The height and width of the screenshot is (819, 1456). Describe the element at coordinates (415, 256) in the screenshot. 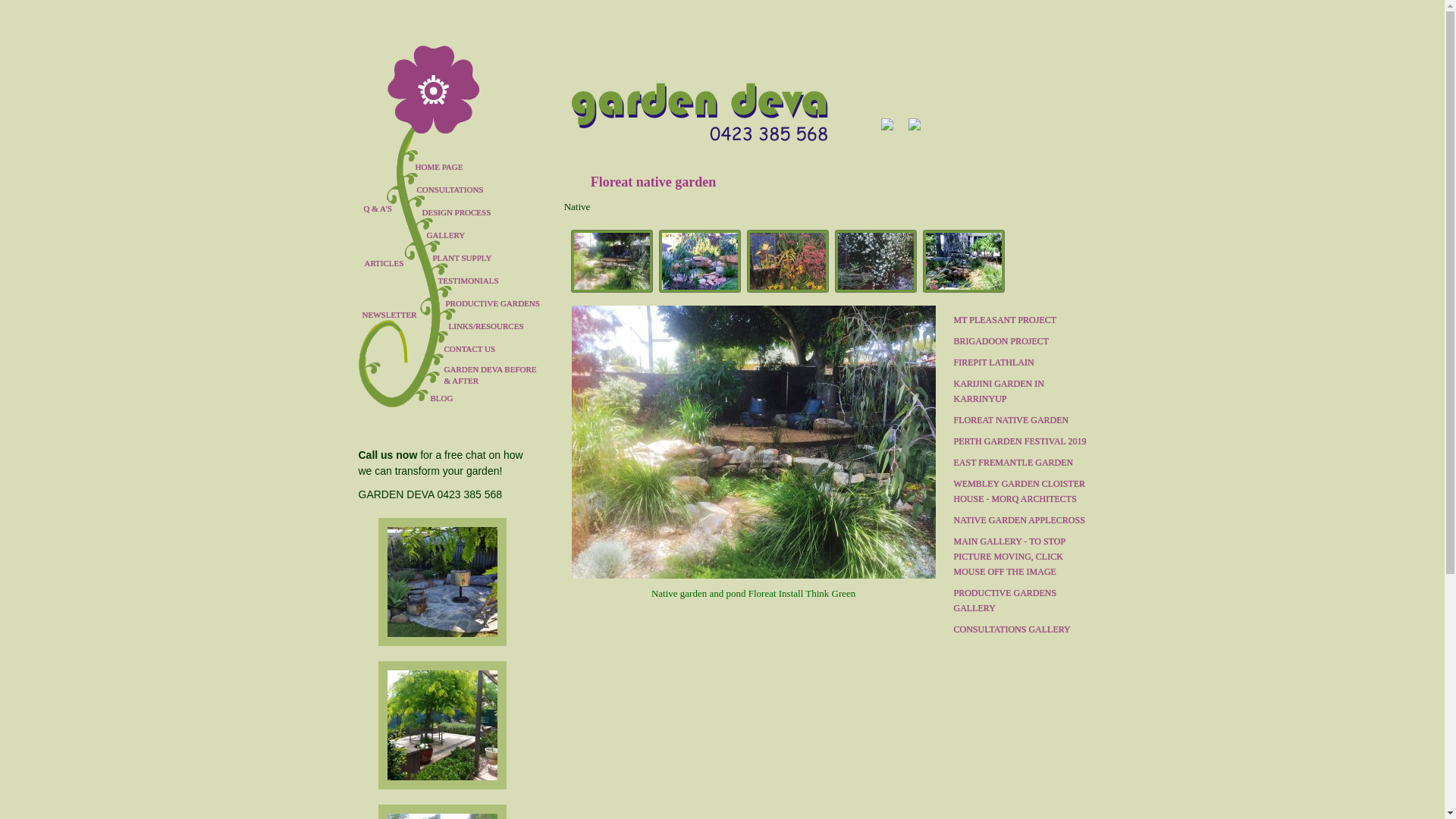

I see `'PLANT SUPPLY'` at that location.